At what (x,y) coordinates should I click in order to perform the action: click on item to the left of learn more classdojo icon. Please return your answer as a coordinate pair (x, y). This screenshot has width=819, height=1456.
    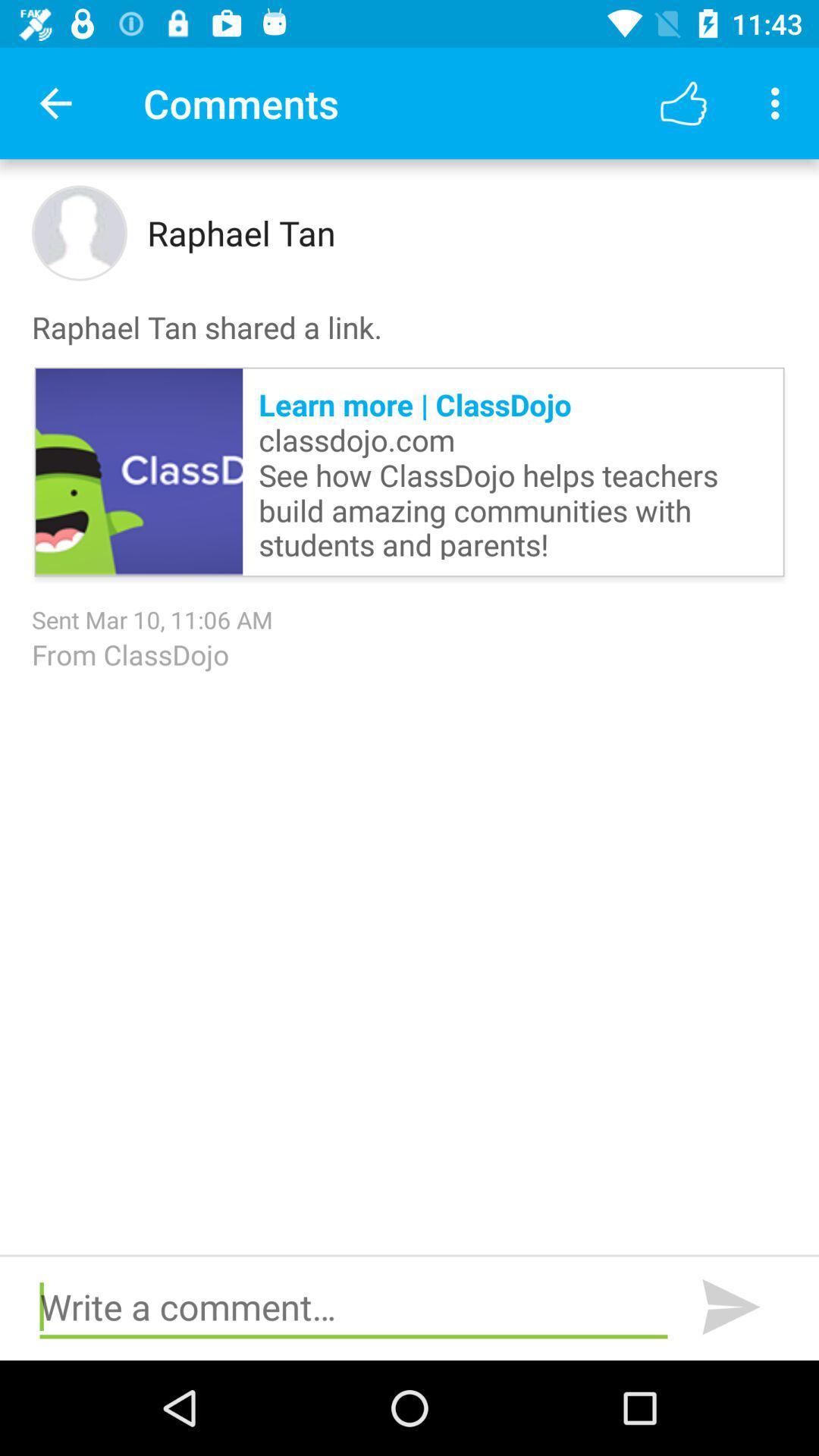
    Looking at the image, I should click on (139, 471).